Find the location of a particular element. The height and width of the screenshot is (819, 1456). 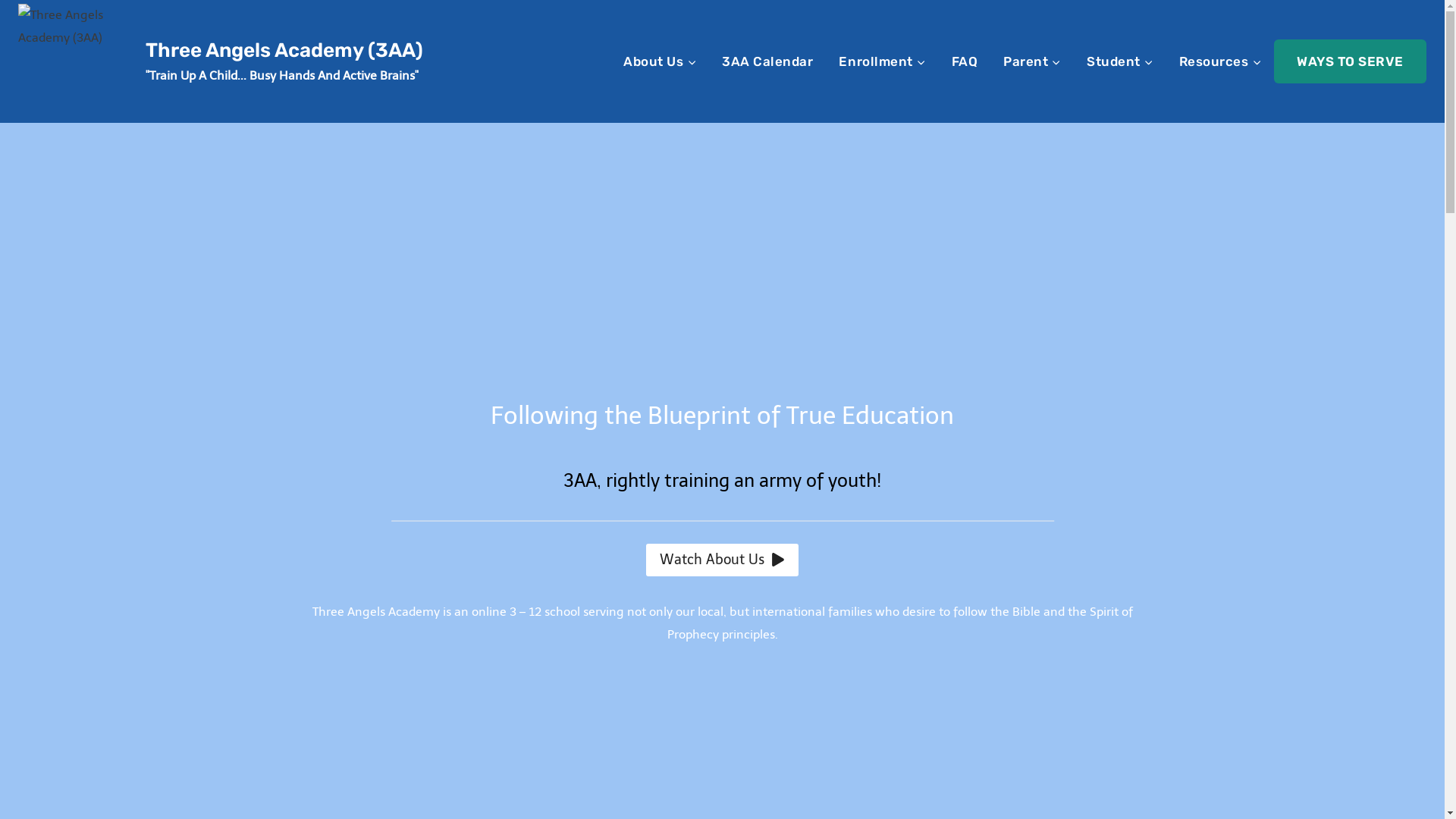

'Student' is located at coordinates (1073, 60).